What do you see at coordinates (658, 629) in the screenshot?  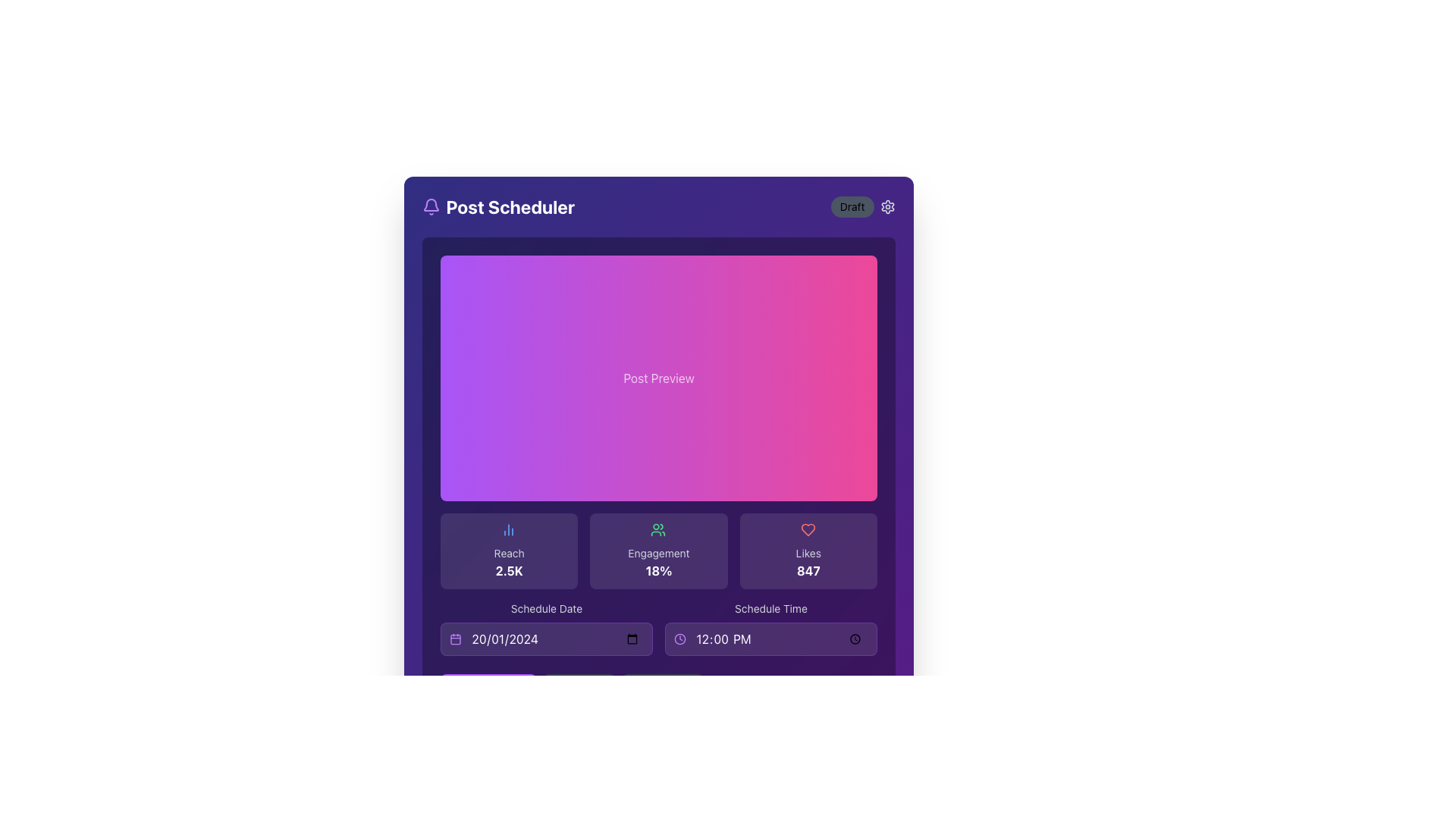 I see `the interactive clock icon within the date and time selection component for accessing time settings, located below the metrics card layout` at bounding box center [658, 629].